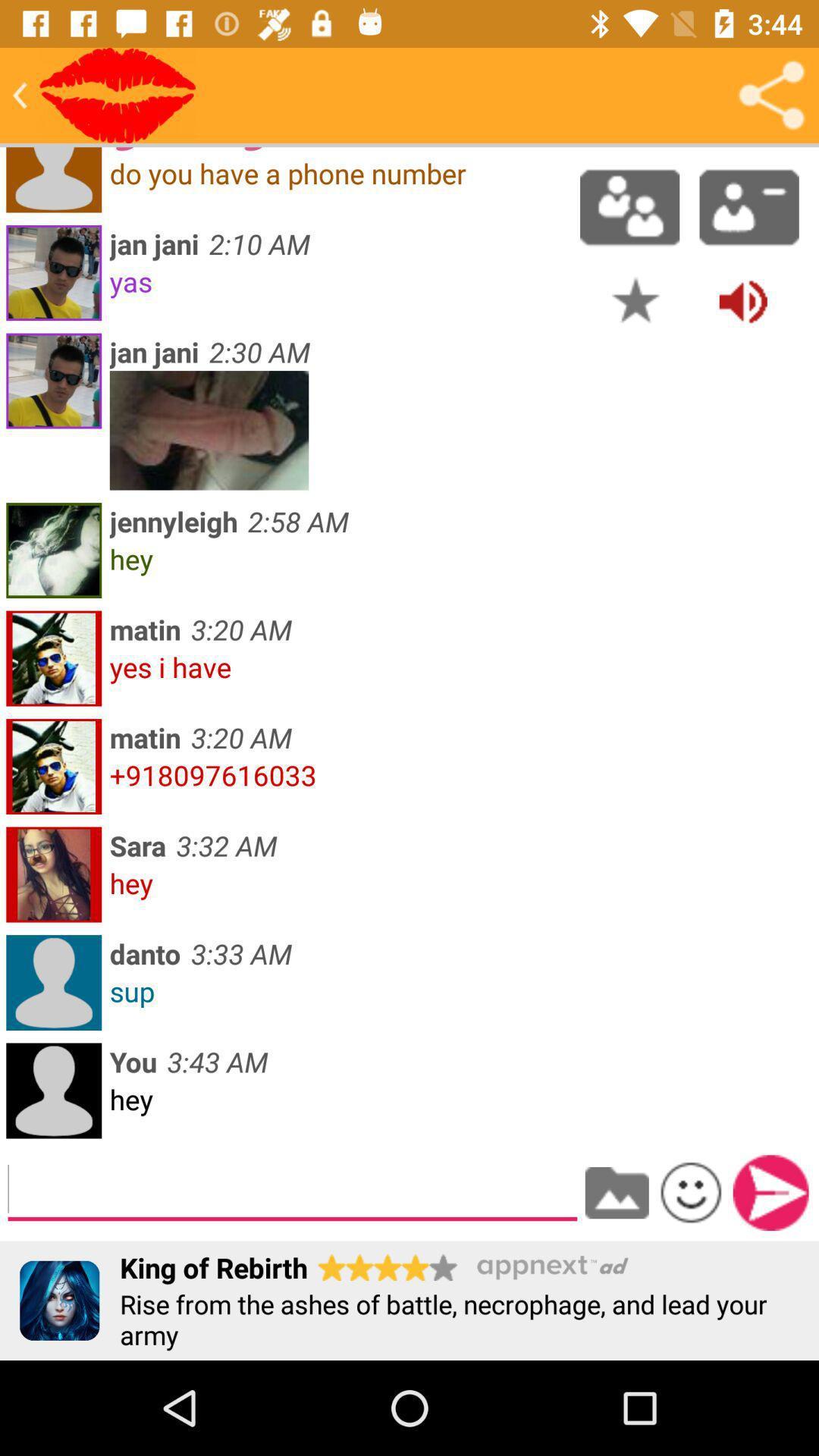 This screenshot has width=819, height=1456. Describe the element at coordinates (617, 1192) in the screenshot. I see `to device` at that location.